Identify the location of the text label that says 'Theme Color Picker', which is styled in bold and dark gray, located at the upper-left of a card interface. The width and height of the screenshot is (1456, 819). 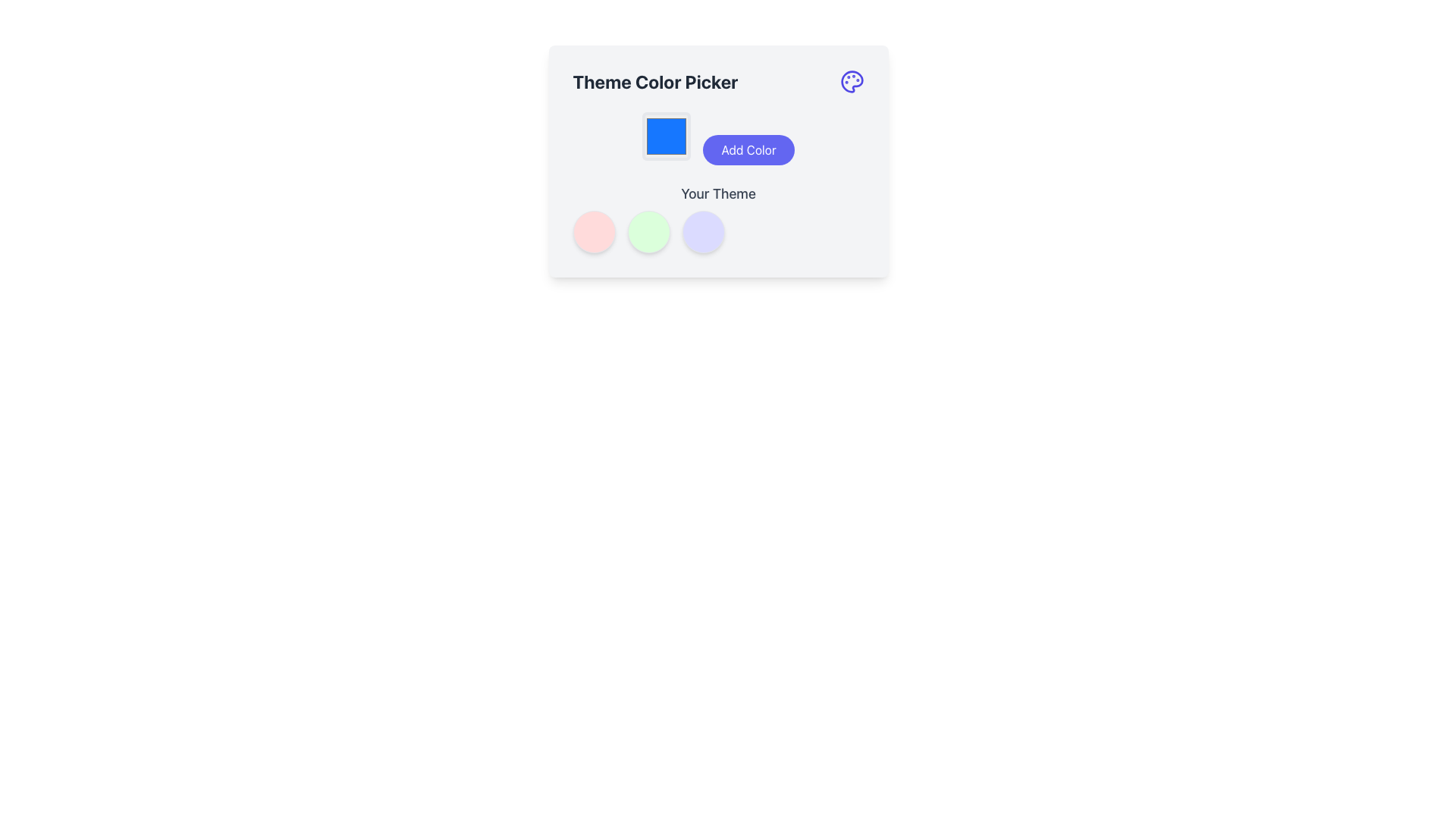
(655, 82).